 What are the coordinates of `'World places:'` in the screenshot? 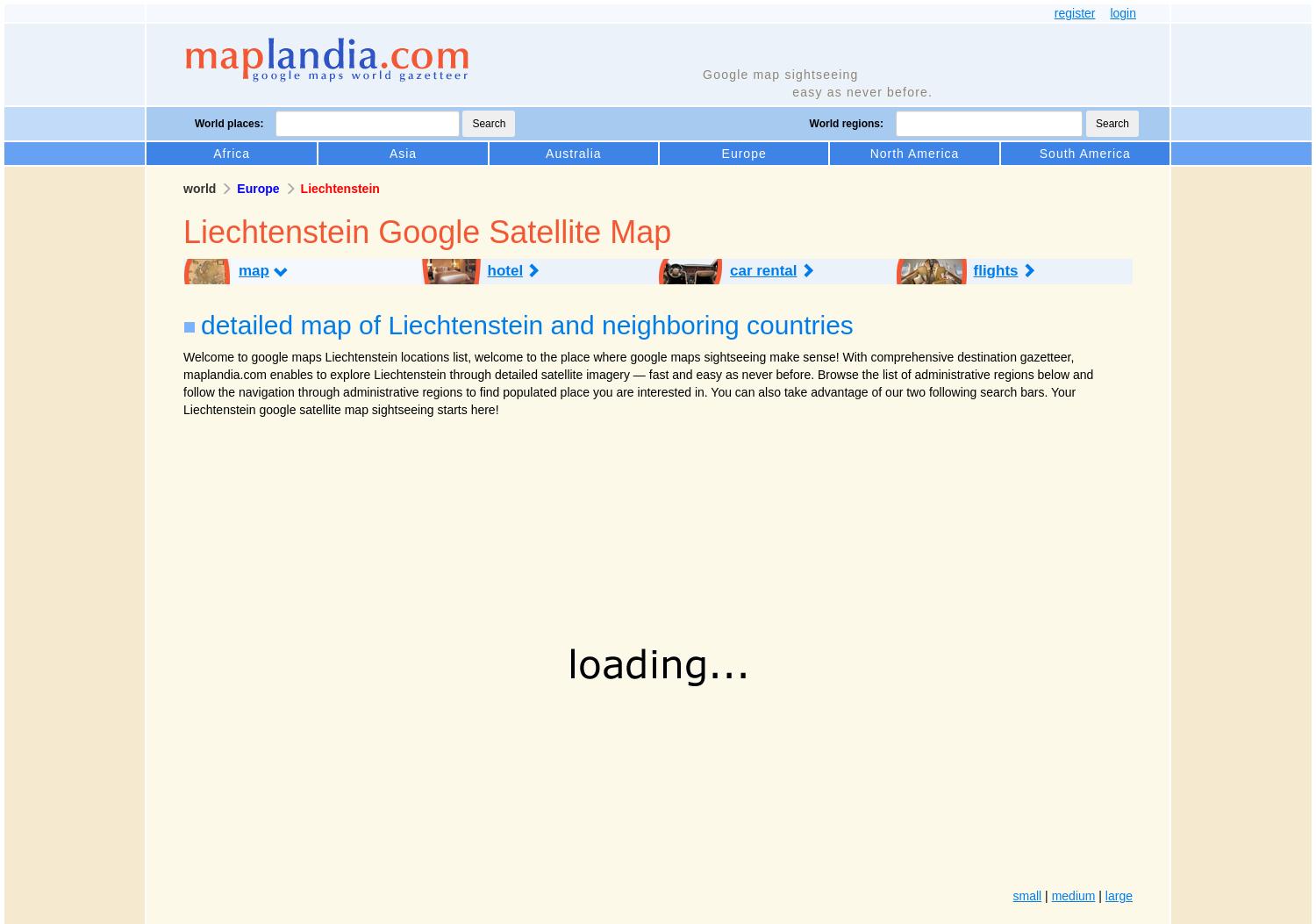 It's located at (229, 123).